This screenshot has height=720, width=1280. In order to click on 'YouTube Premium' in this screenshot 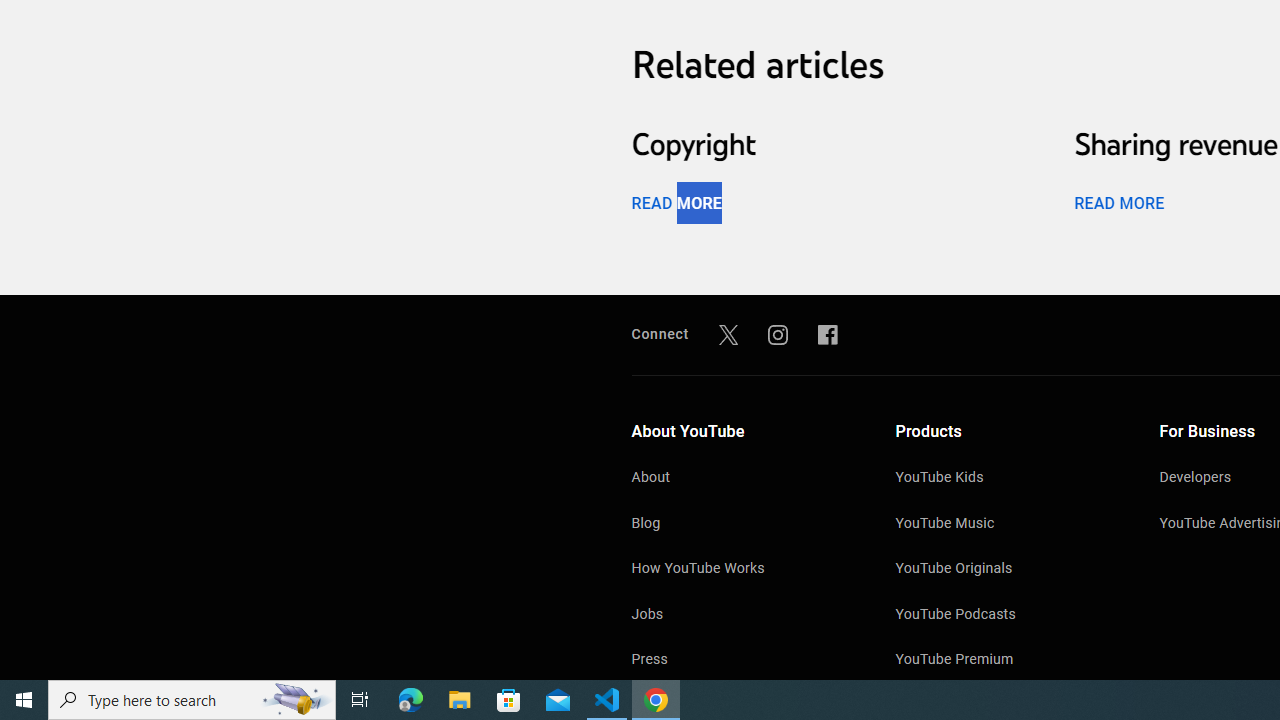, I will do `click(1007, 661)`.